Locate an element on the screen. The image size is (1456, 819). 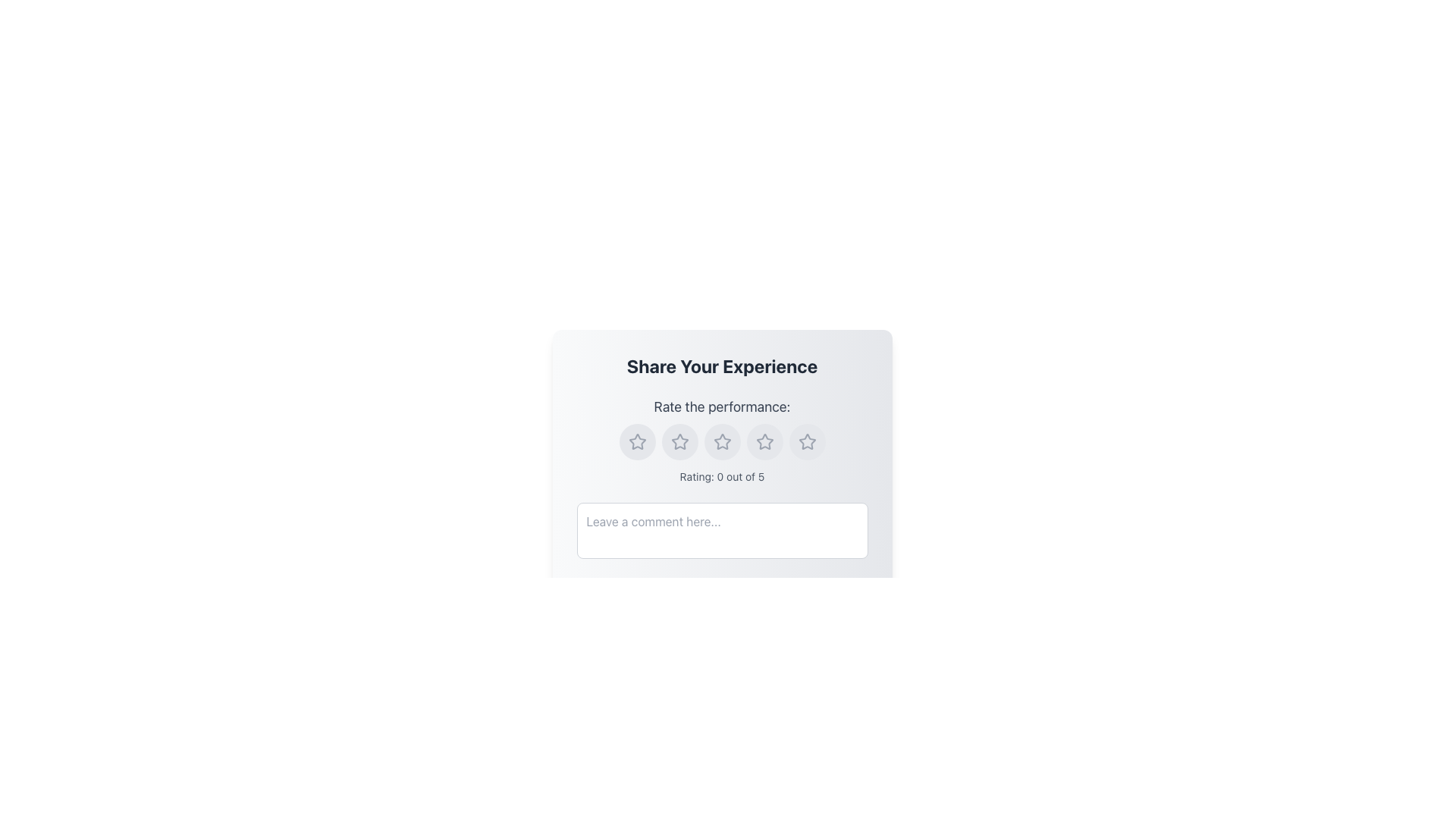
the second rating star, which represents a score of two out of five is located at coordinates (721, 441).